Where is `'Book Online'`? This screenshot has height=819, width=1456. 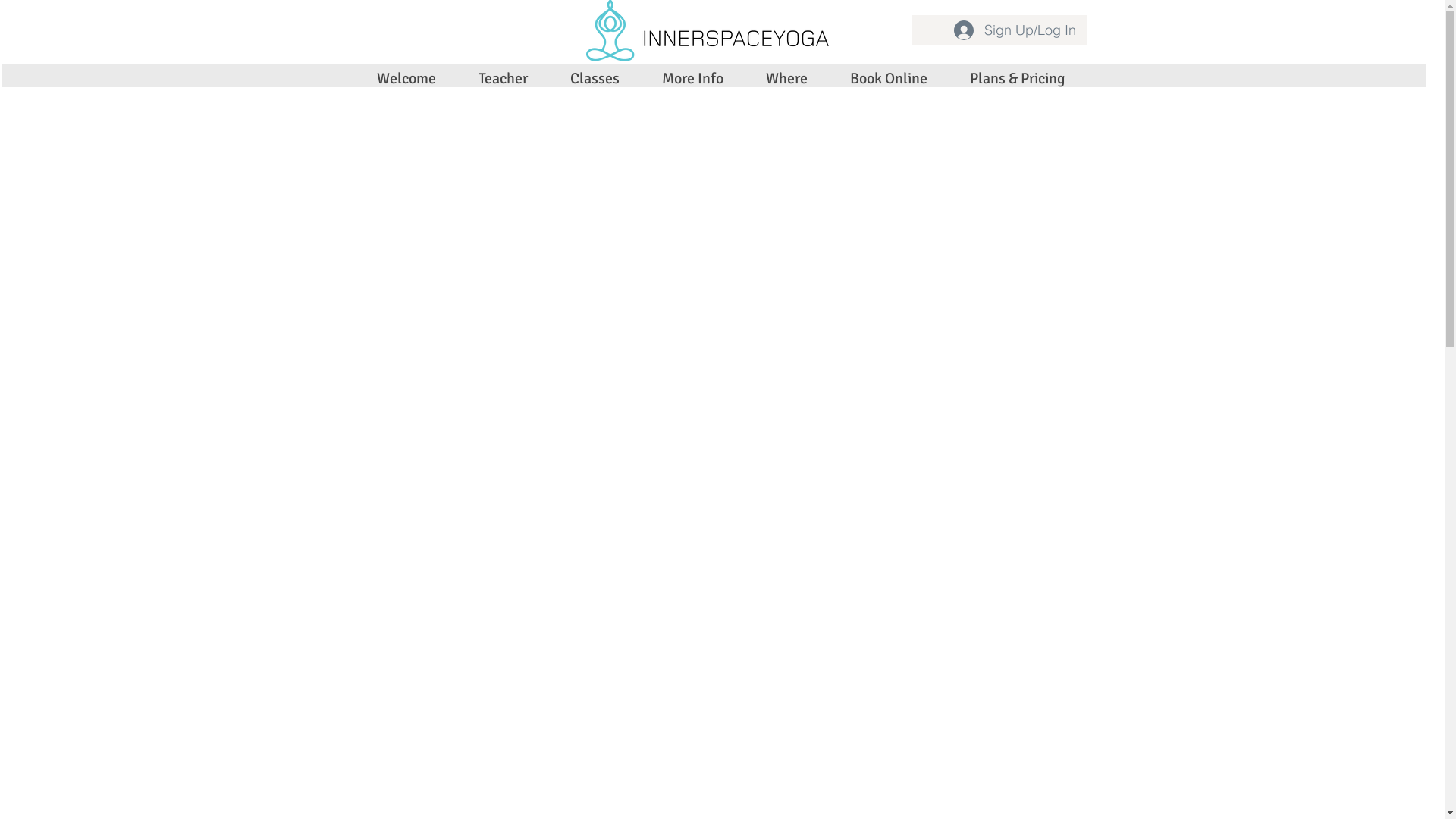 'Book Online' is located at coordinates (888, 79).